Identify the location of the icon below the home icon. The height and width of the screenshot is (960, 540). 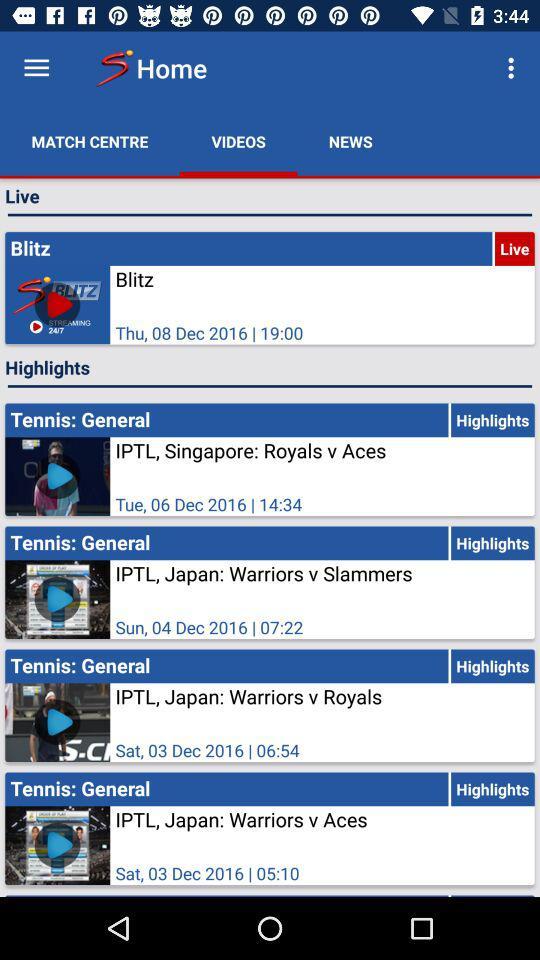
(238, 140).